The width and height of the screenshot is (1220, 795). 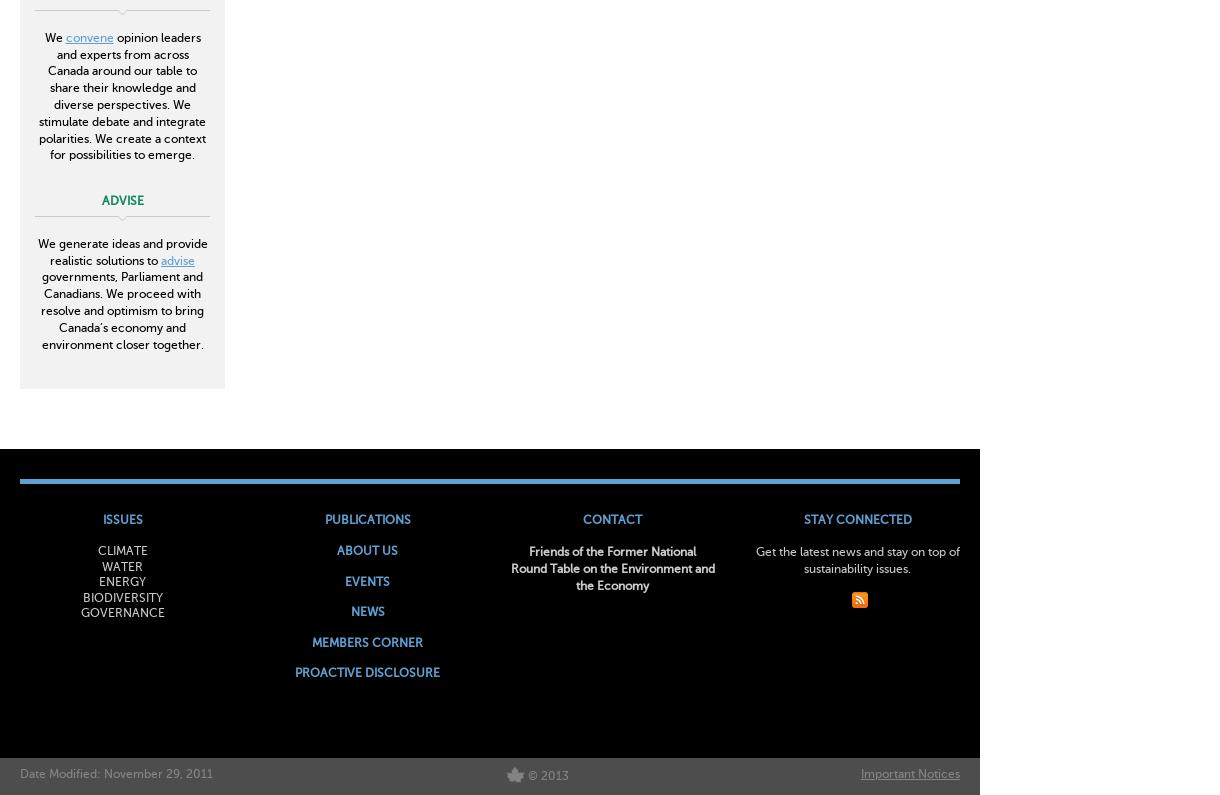 What do you see at coordinates (100, 566) in the screenshot?
I see `'WATER'` at bounding box center [100, 566].